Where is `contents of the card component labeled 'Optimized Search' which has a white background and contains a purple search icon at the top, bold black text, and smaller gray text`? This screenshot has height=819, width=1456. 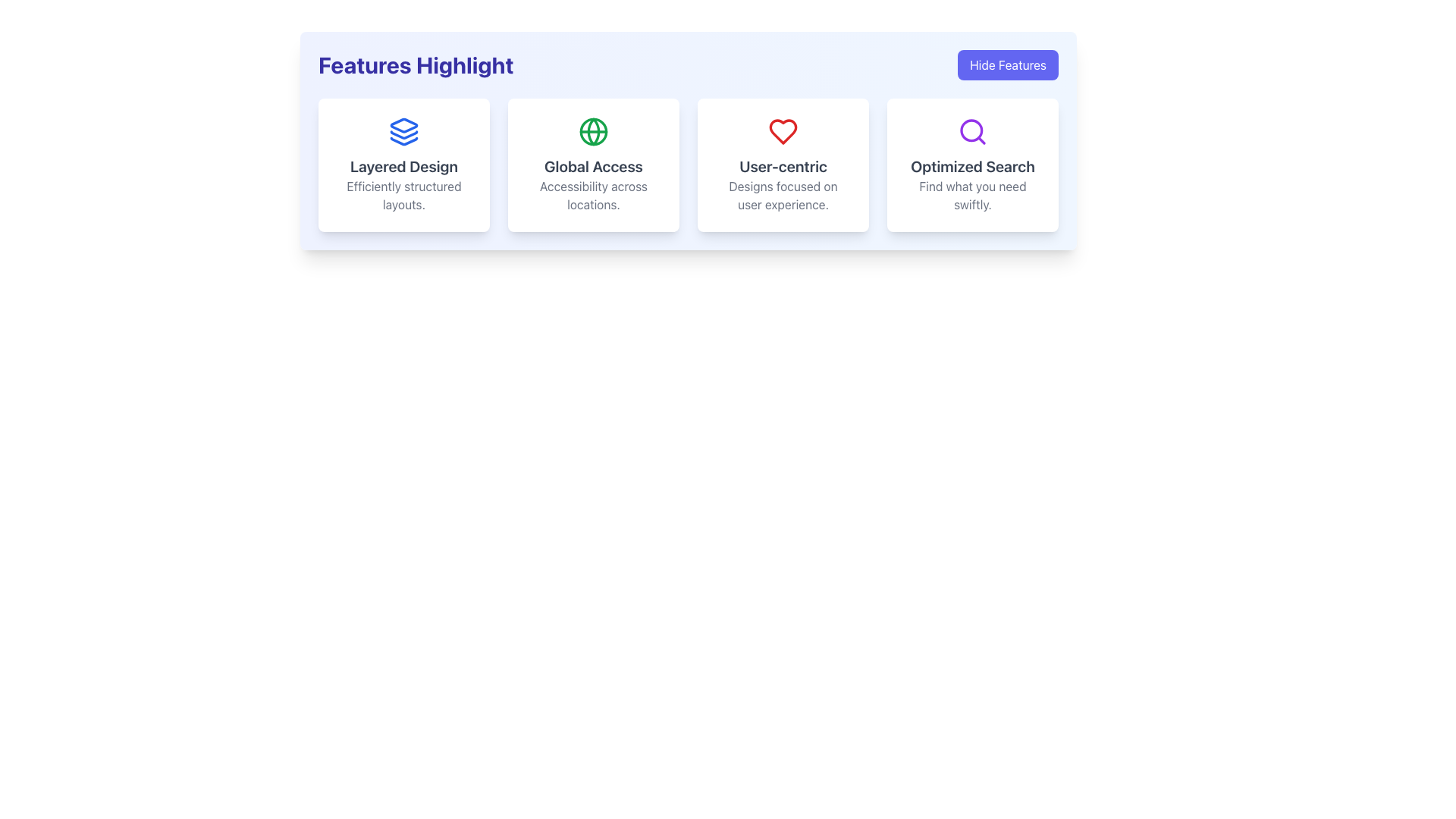
contents of the card component labeled 'Optimized Search' which has a white background and contains a purple search icon at the top, bold black text, and smaller gray text is located at coordinates (972, 165).